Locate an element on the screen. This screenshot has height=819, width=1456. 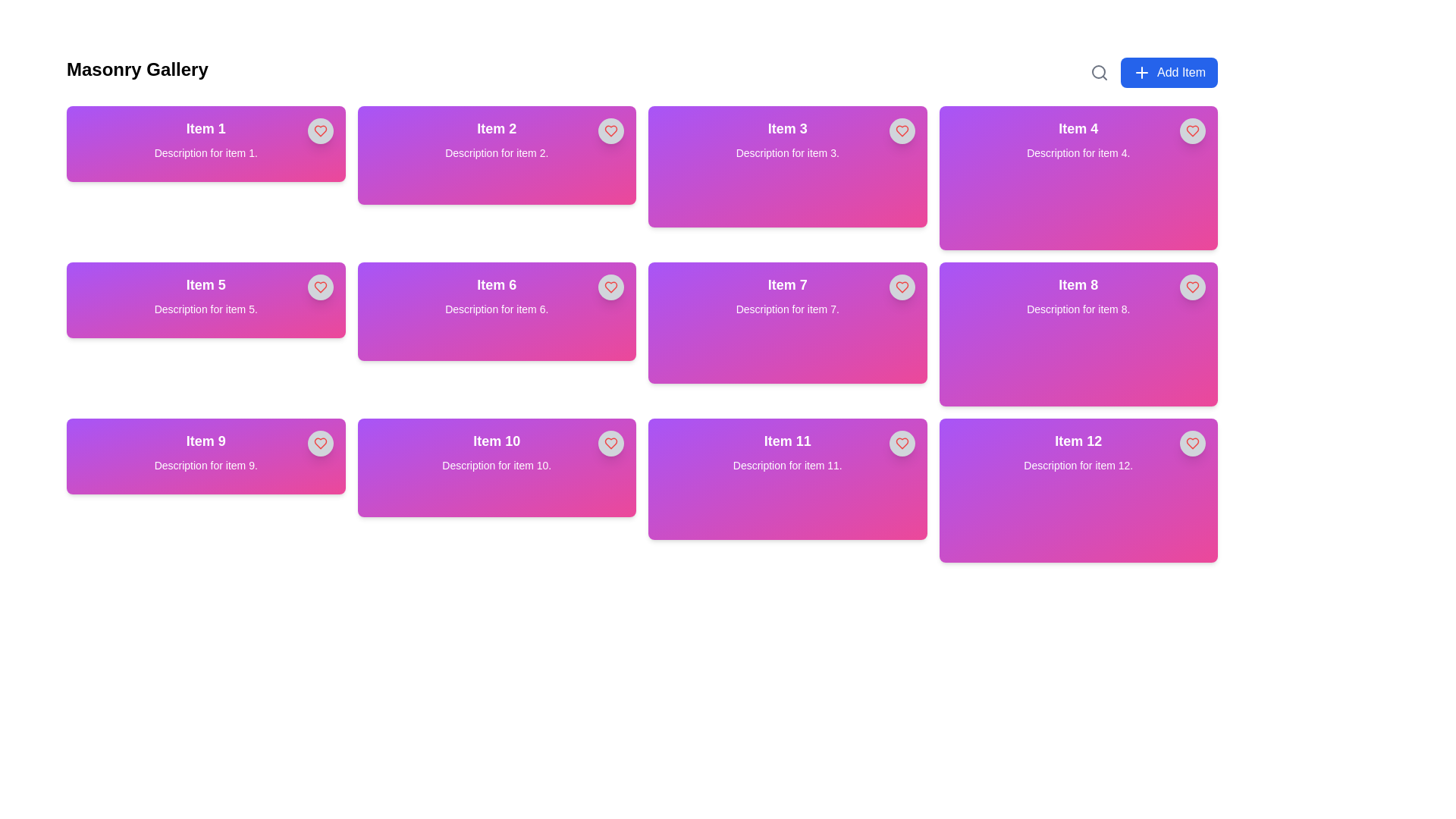
the interactive components of the 12th card in the grid layout, located in the fourth column and third row, which displays its title and description is located at coordinates (1077, 491).